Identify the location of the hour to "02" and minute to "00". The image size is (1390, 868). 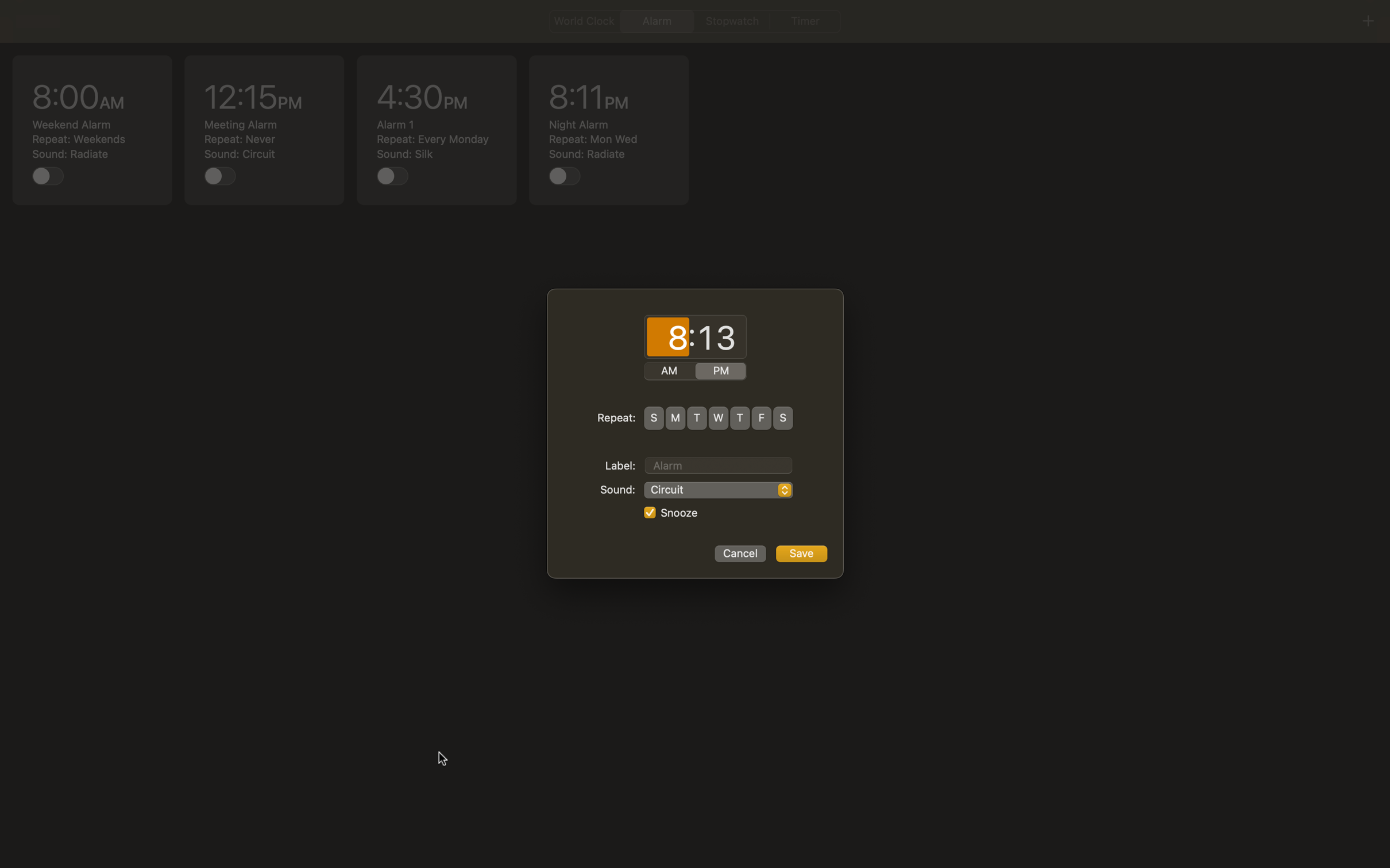
(667, 338).